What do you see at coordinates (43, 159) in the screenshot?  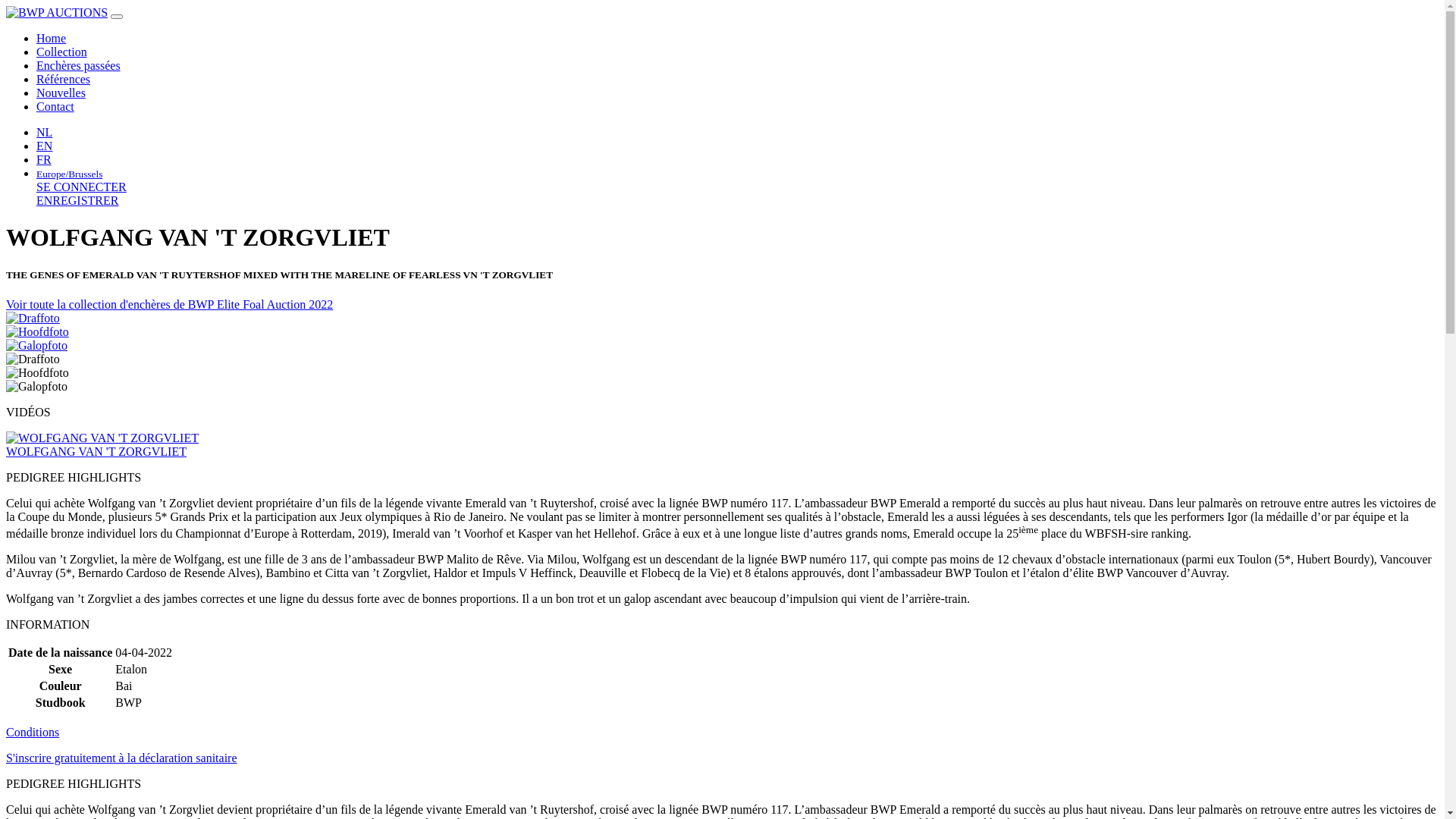 I see `'FR'` at bounding box center [43, 159].